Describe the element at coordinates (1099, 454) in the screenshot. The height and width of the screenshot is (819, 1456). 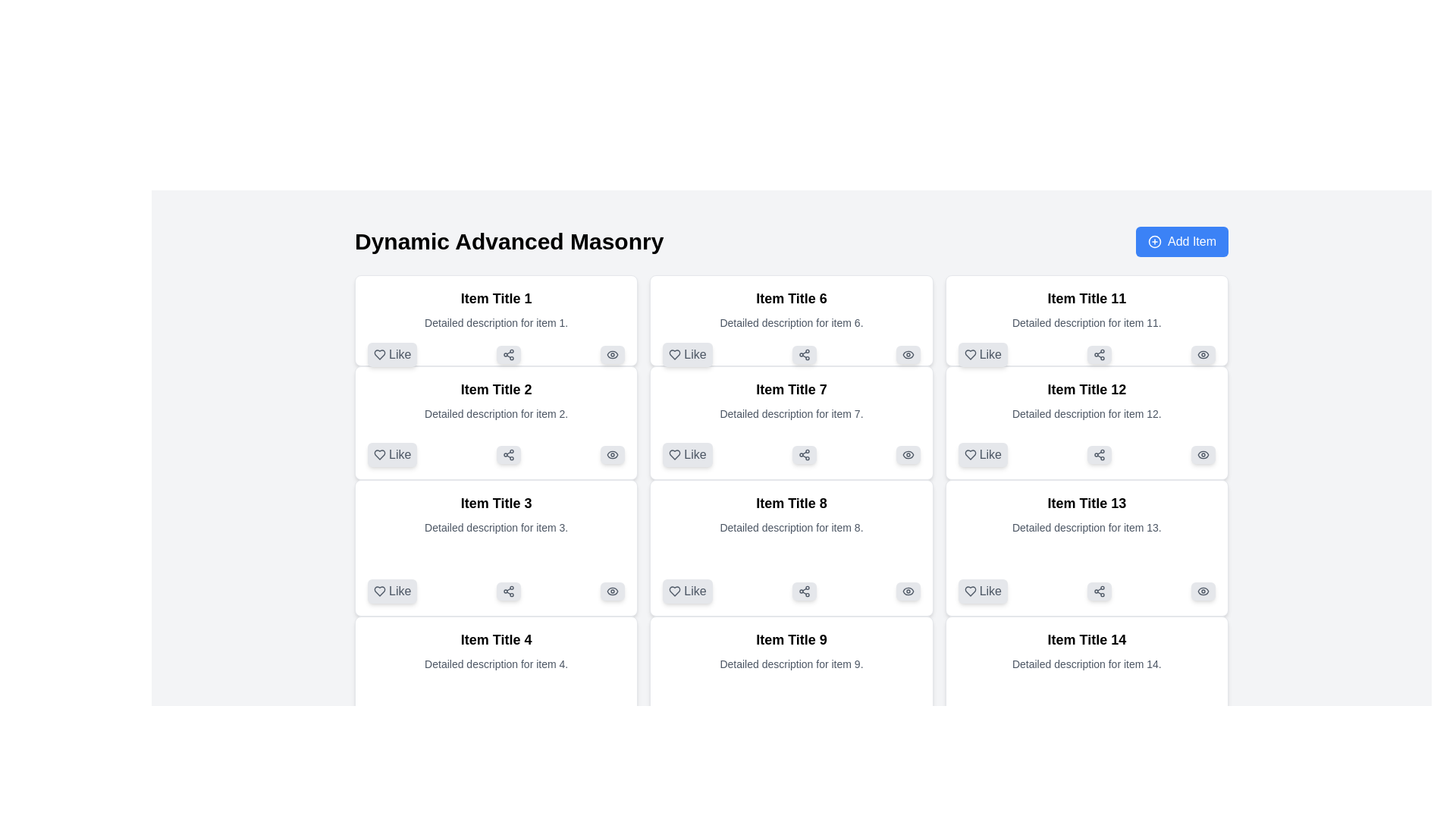
I see `the middle rounded rectangular button with a light gray background and a share symbol, located under 'Item Title 12', to share the item` at that location.